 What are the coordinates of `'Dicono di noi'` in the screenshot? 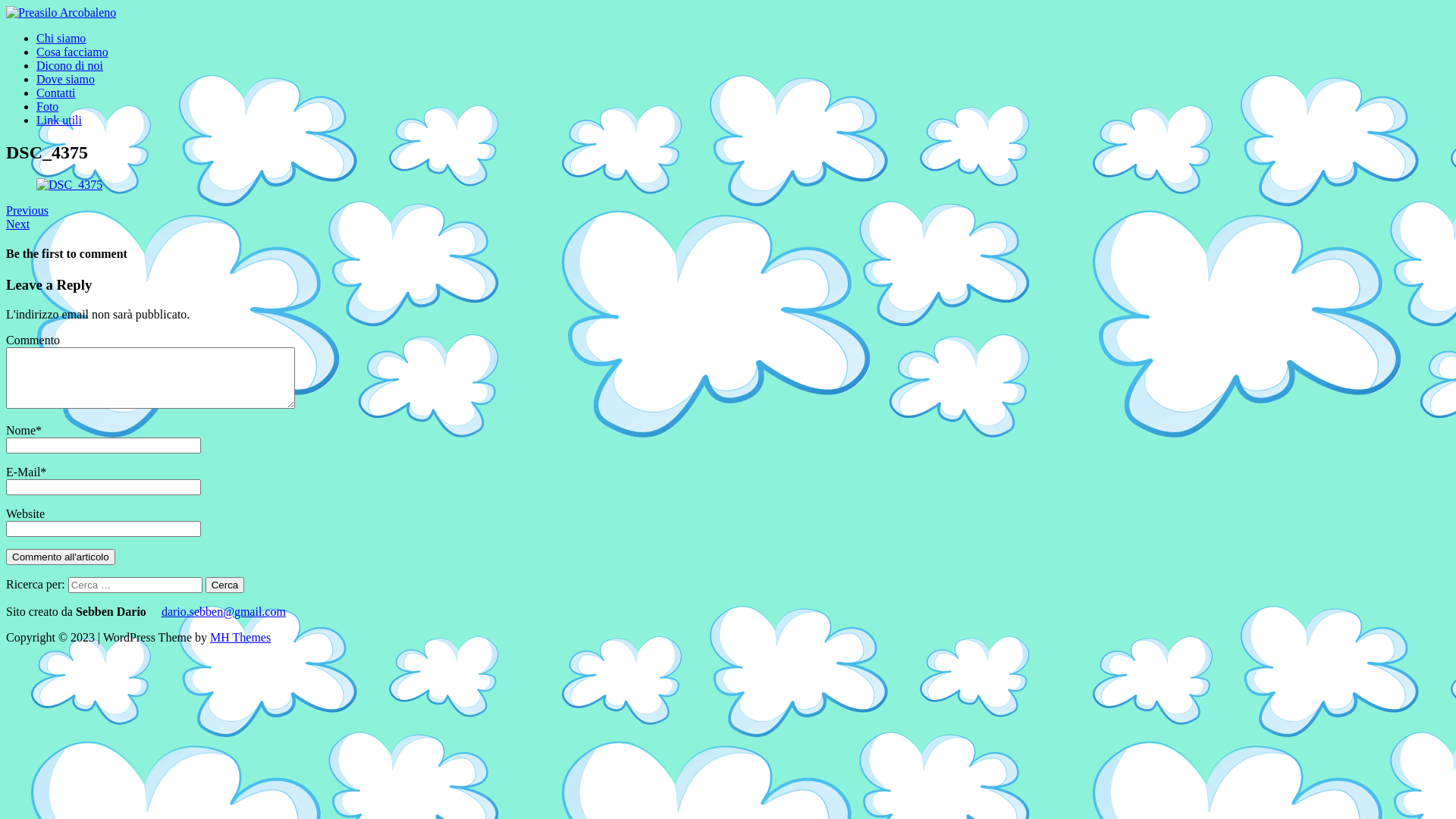 It's located at (68, 64).